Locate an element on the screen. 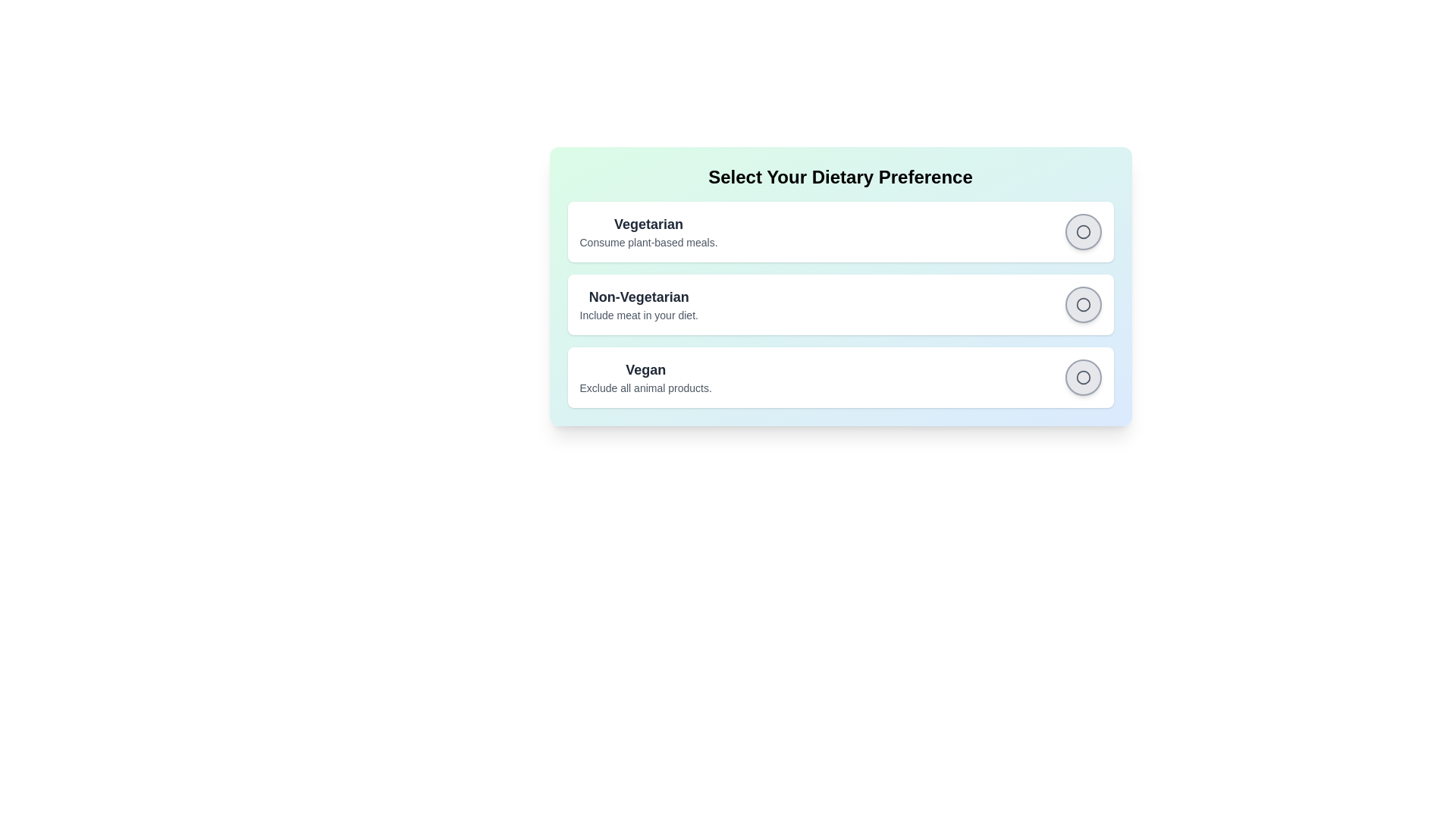 This screenshot has height=819, width=1456. the Non-Vegetarian dietary preference label, which is the title of the second section in a list of dietary preferences, positioned above the supporting text 'Include meat in your diet.' is located at coordinates (639, 297).